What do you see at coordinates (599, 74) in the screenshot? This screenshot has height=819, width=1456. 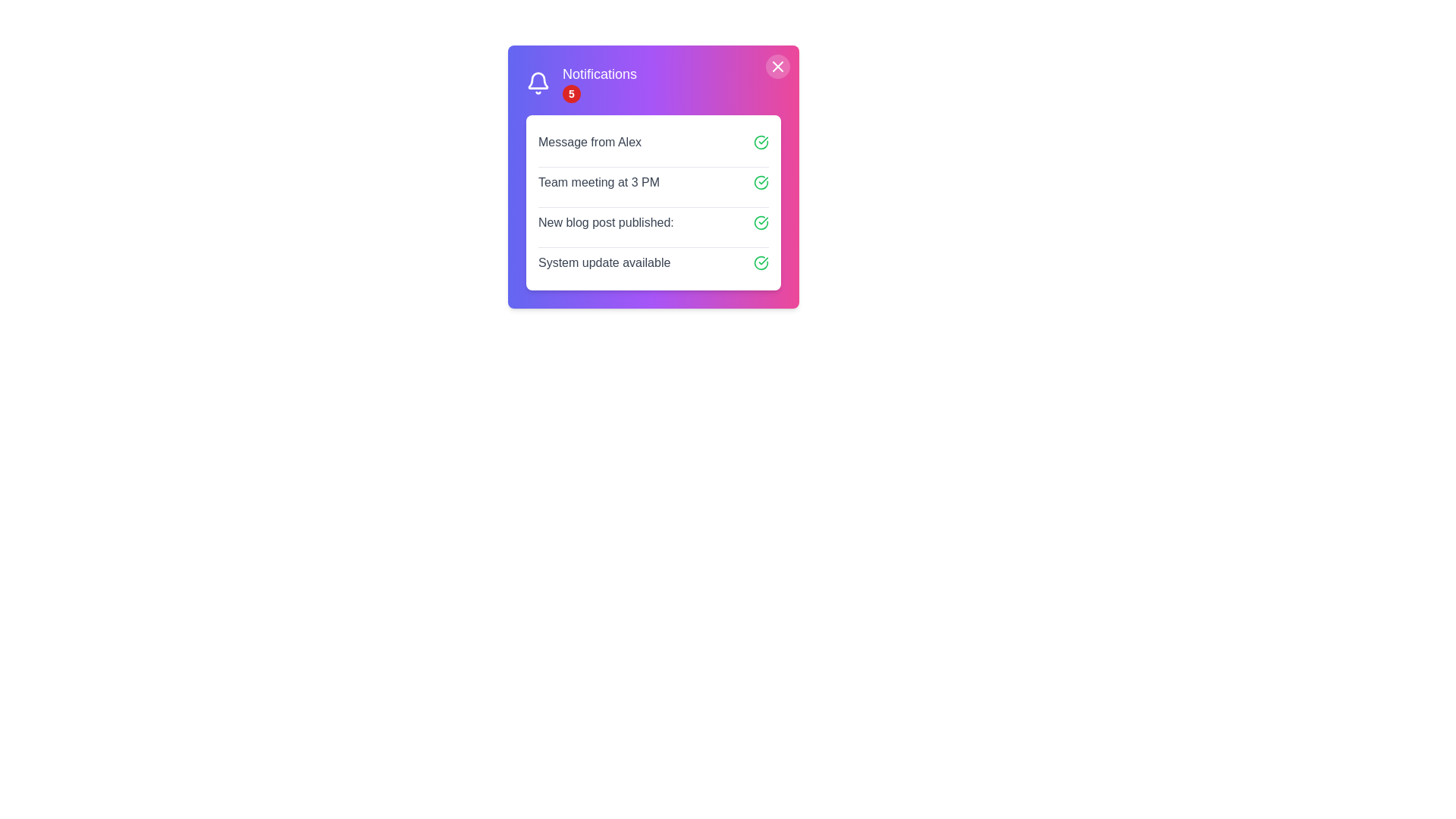 I see `the Text label located at the top-left area of the notification panel, which indicates the subject of the notifications below it` at bounding box center [599, 74].